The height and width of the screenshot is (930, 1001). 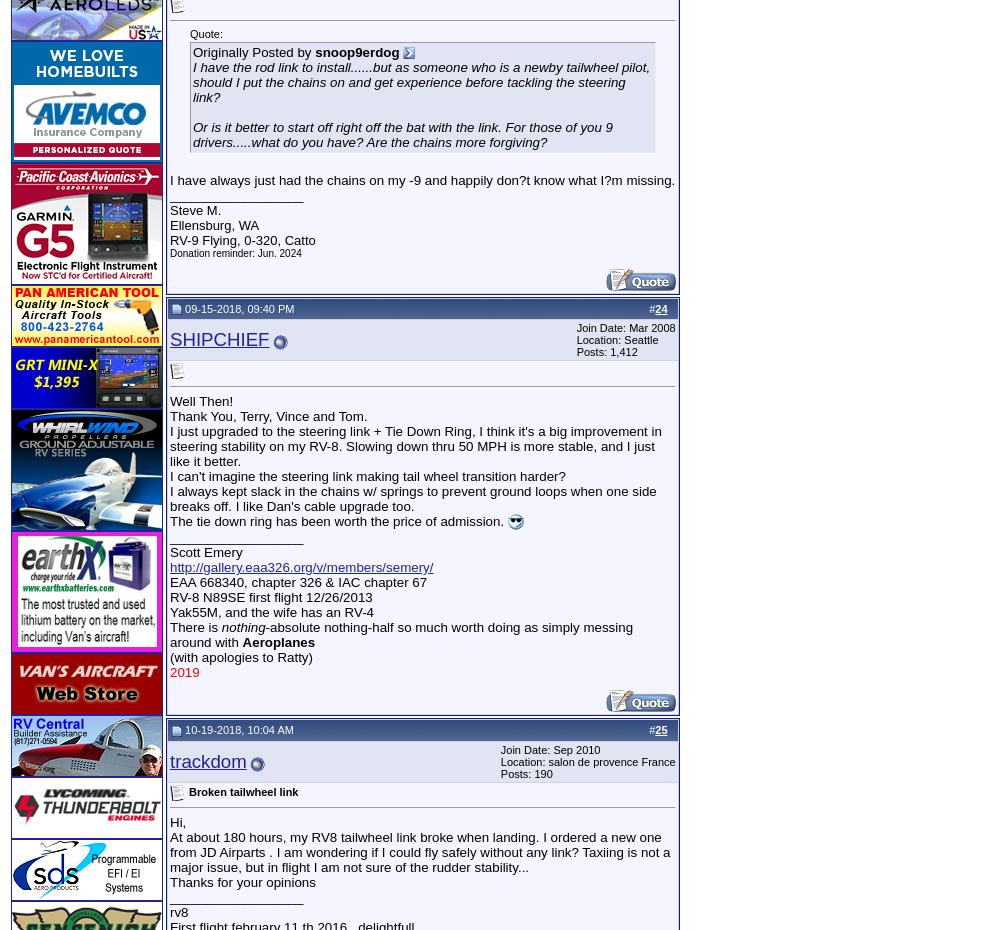 I want to click on '-absolute nothing-half so much worth doing as simply messing around with', so click(x=169, y=634).